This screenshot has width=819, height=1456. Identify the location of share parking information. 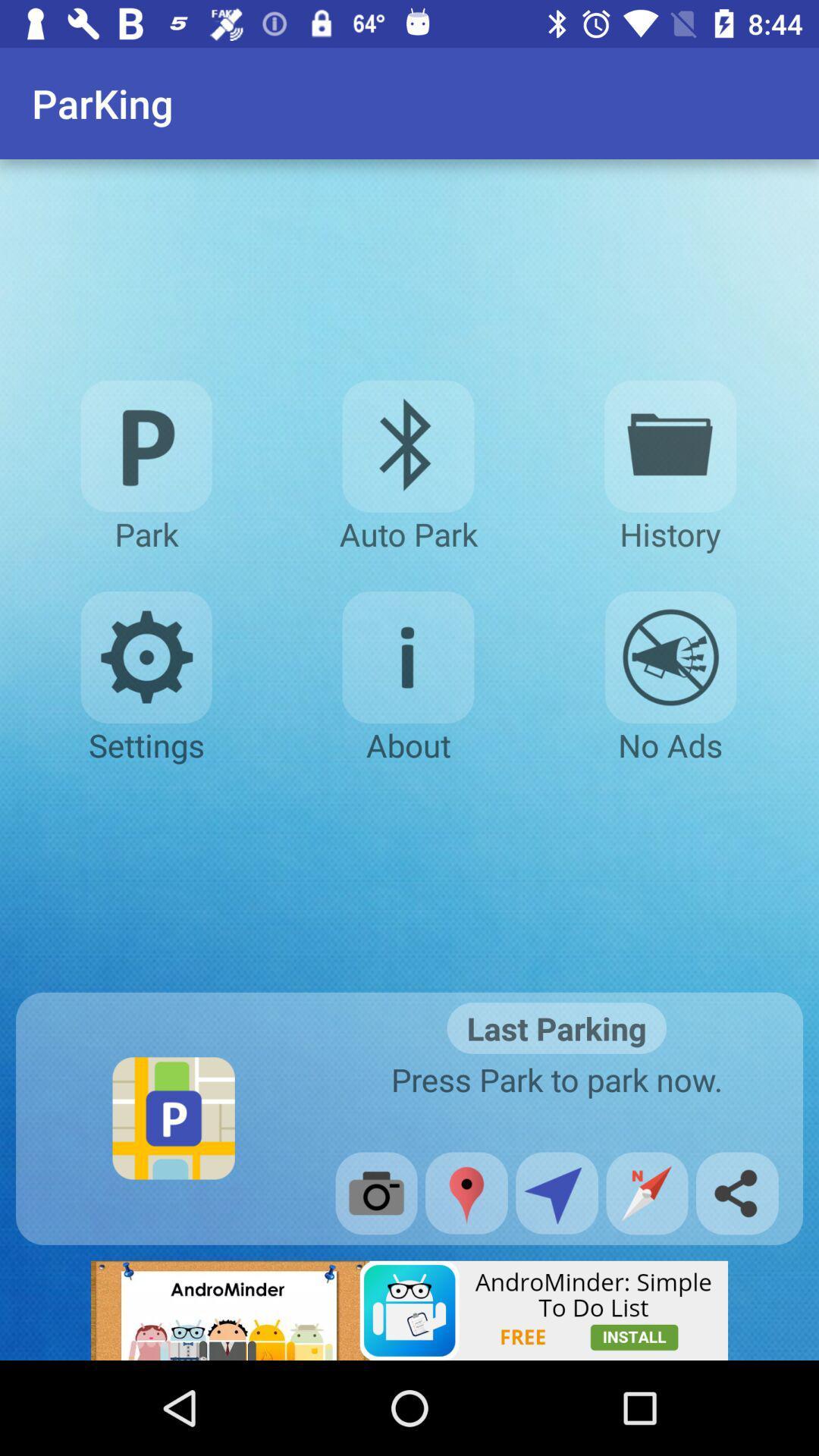
(736, 1192).